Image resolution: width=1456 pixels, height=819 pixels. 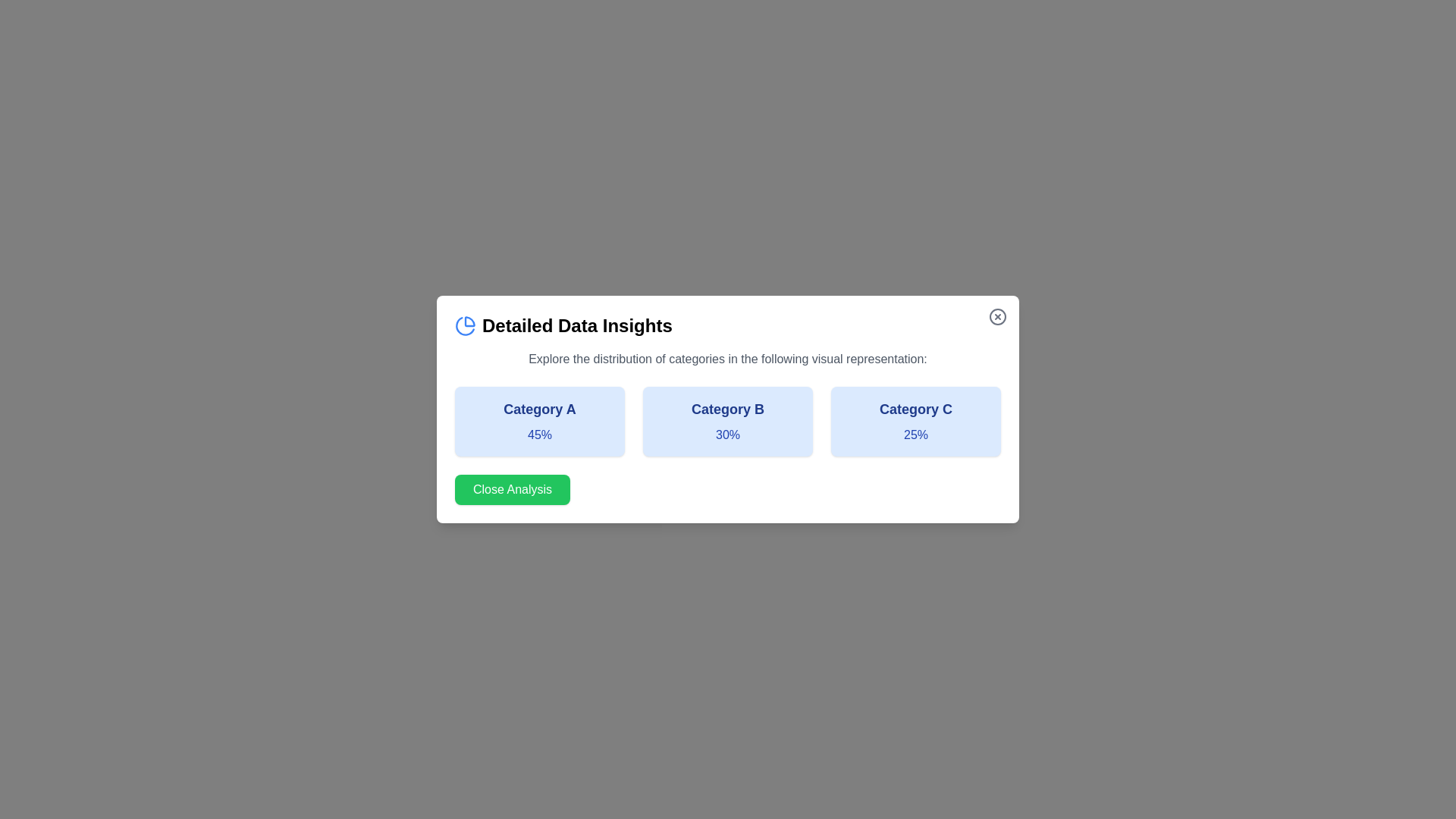 What do you see at coordinates (728, 359) in the screenshot?
I see `the text description element that reads 'Explore the distribution of categories in the following visual representation:' located centrally below the title 'Detailed Data Insights'` at bounding box center [728, 359].